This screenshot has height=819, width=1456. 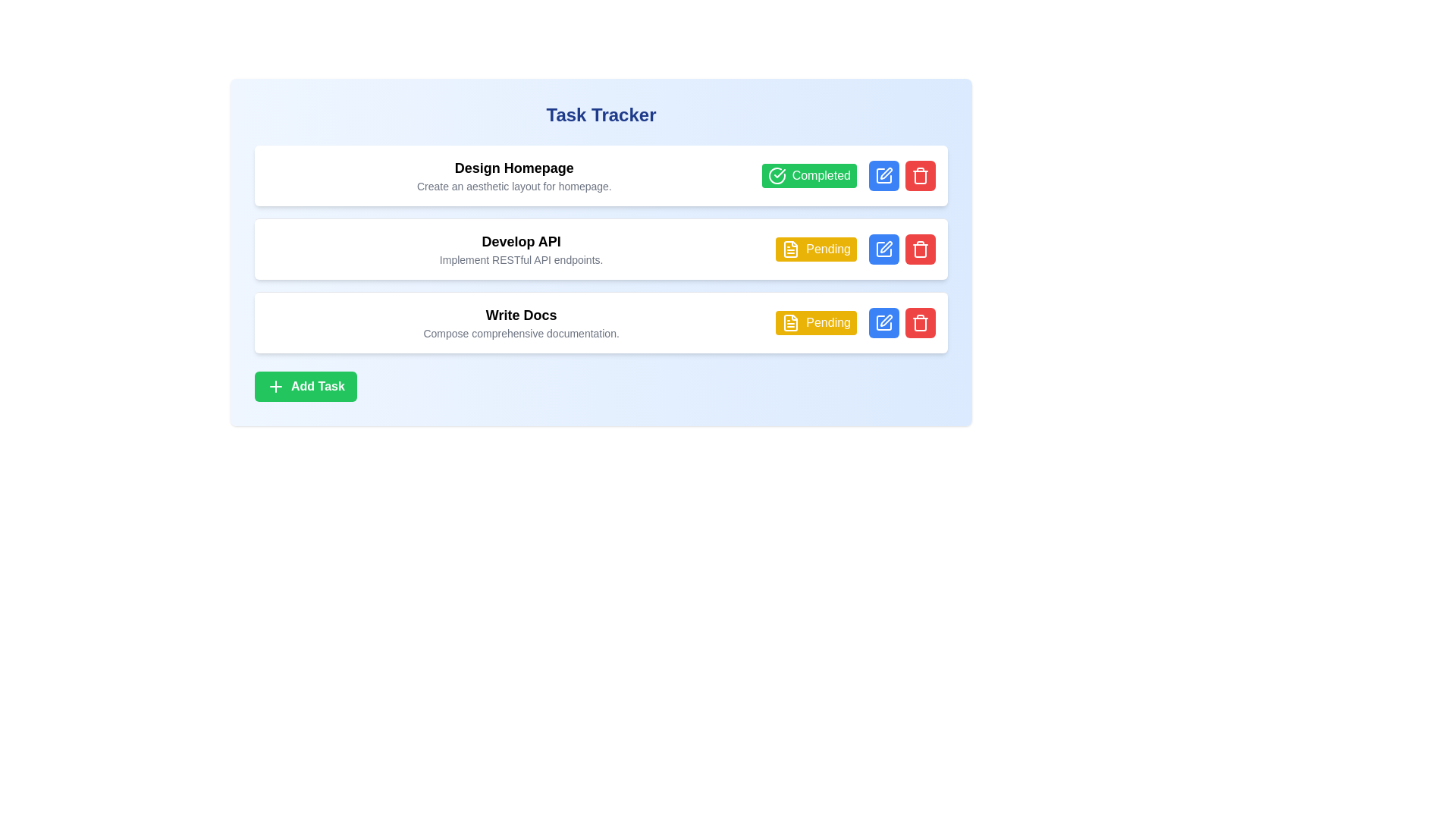 I want to click on the icon representing a file or document related to the 'Pending' status of the task labeled 'Develop API', so click(x=790, y=248).